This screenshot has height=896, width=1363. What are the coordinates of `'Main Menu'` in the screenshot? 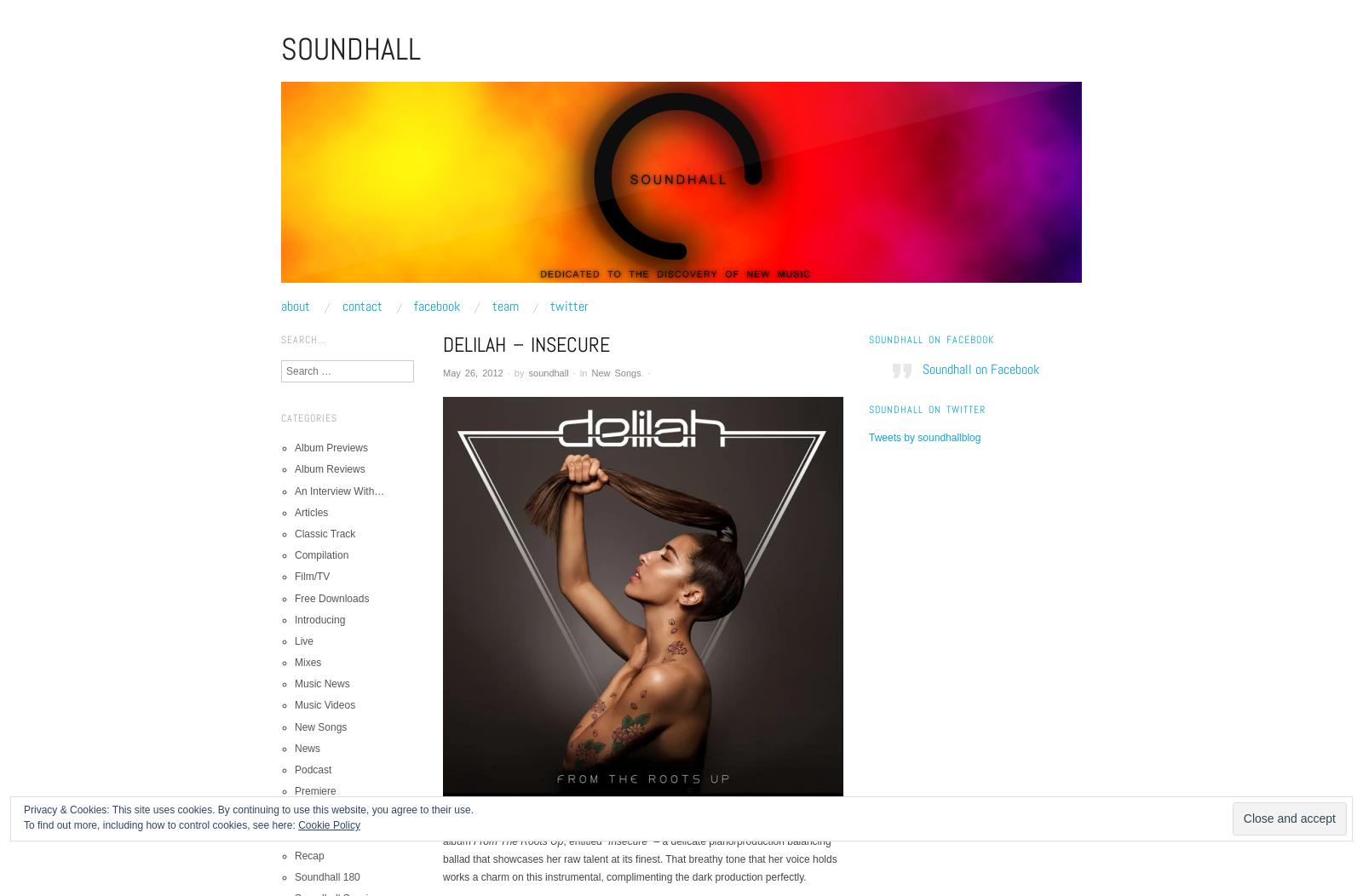 It's located at (280, 319).